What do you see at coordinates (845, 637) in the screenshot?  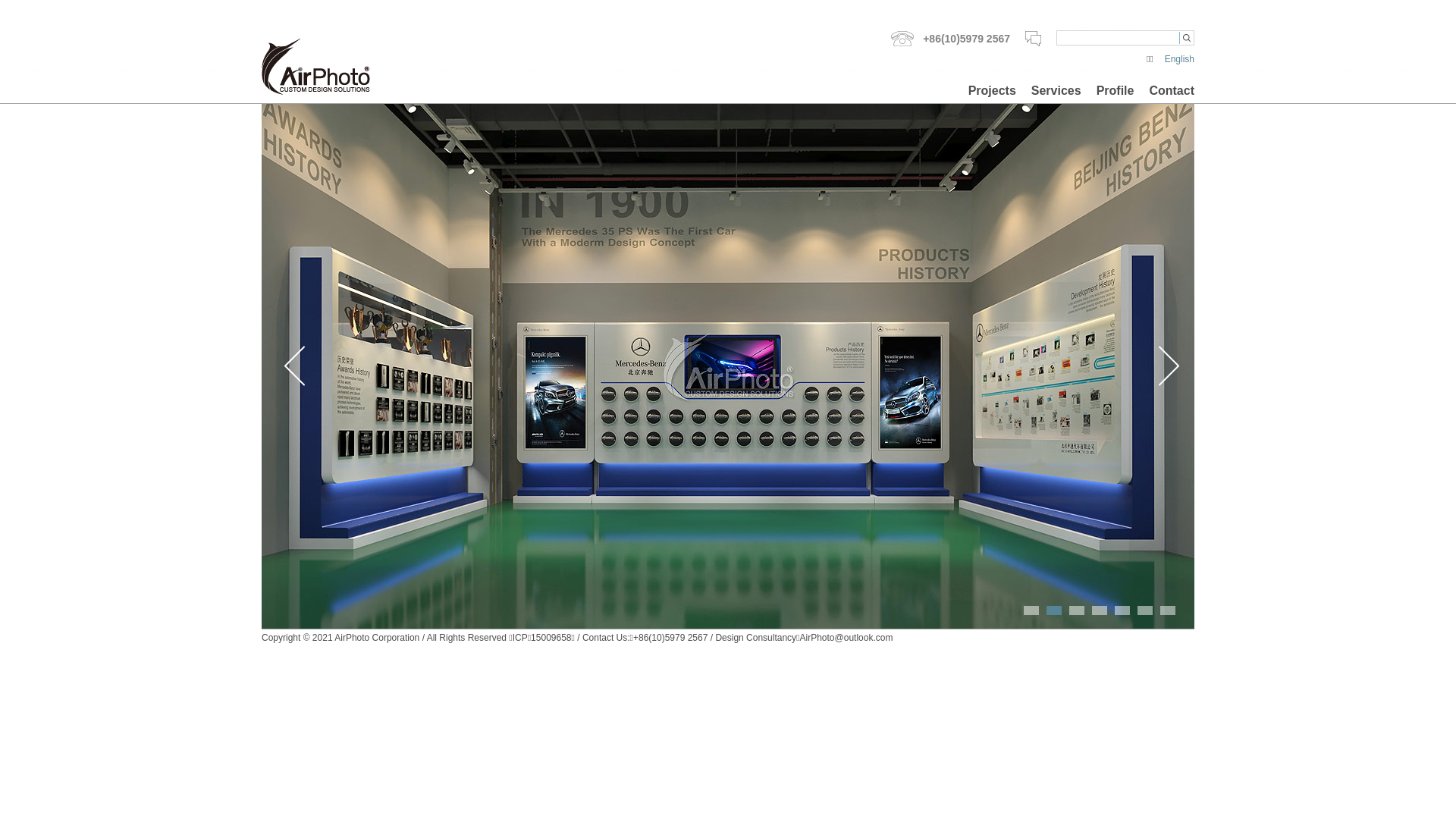 I see `'AirPhoto@outlook.com'` at bounding box center [845, 637].